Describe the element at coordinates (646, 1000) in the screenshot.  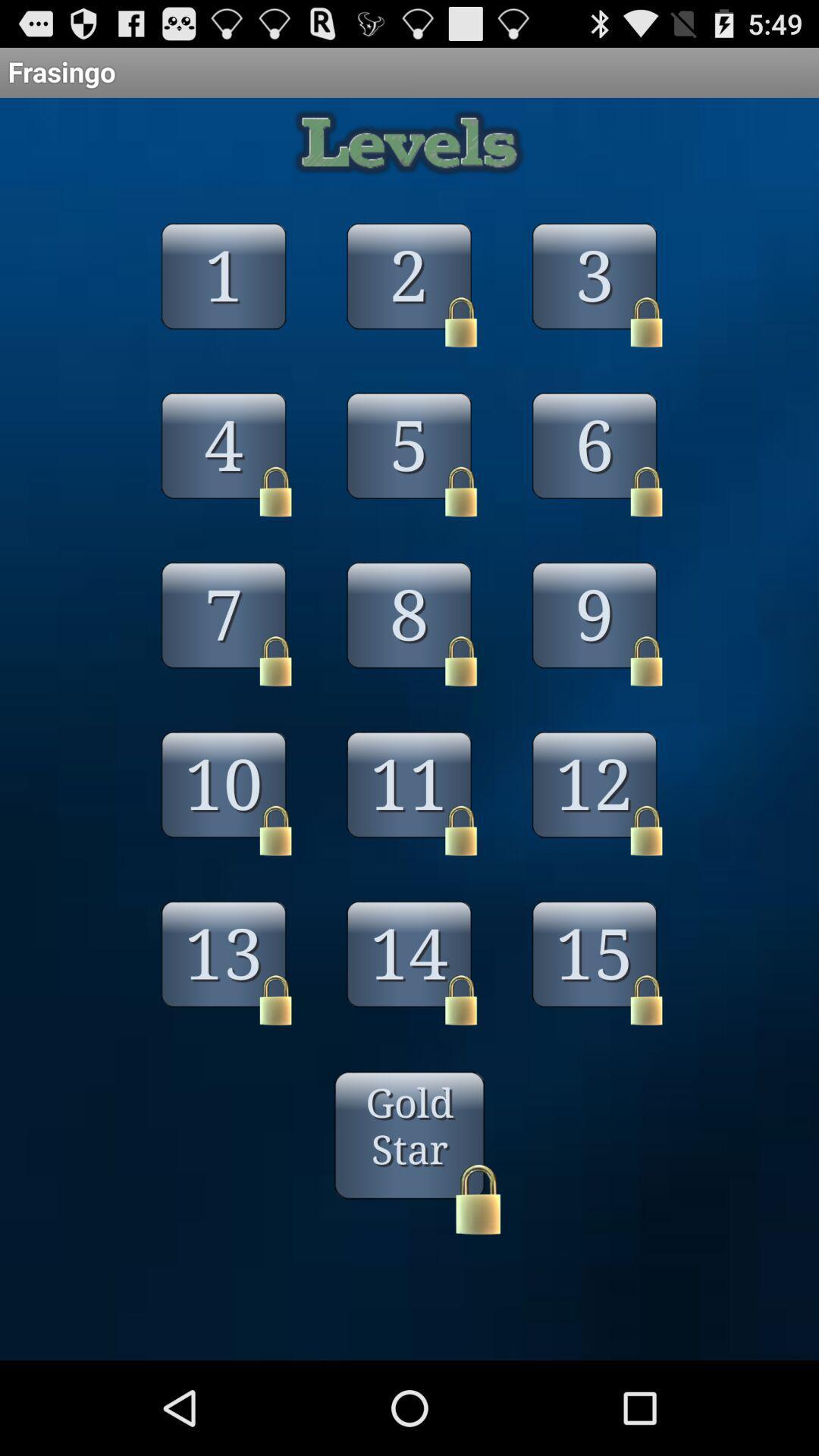
I see `the lock image below the text 15 on the web page` at that location.